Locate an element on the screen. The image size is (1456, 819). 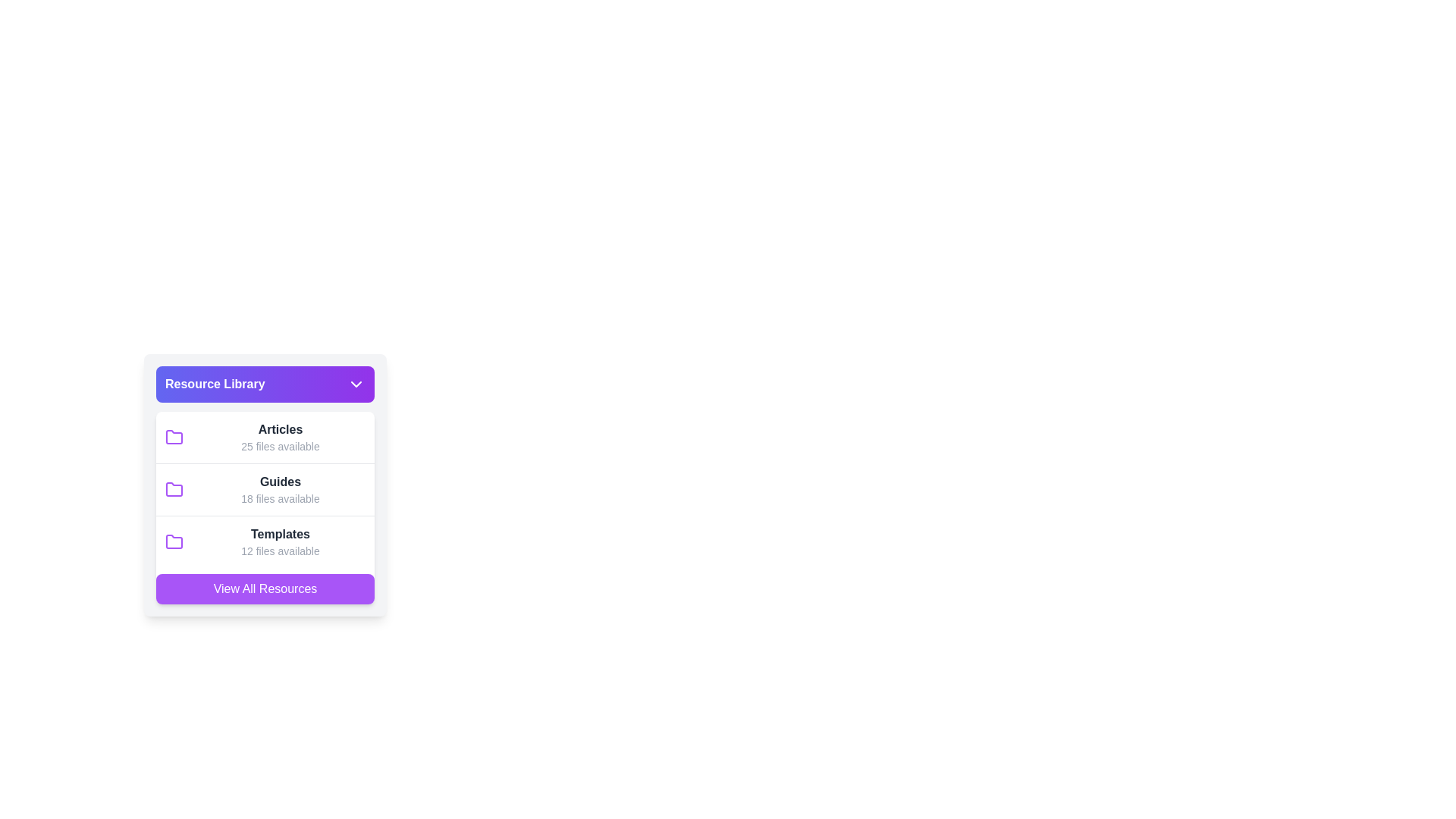
the non-interactive label that provides descriptive context for the section under 'Resource Library', located between 'Articles' and 'Templates' is located at coordinates (280, 482).